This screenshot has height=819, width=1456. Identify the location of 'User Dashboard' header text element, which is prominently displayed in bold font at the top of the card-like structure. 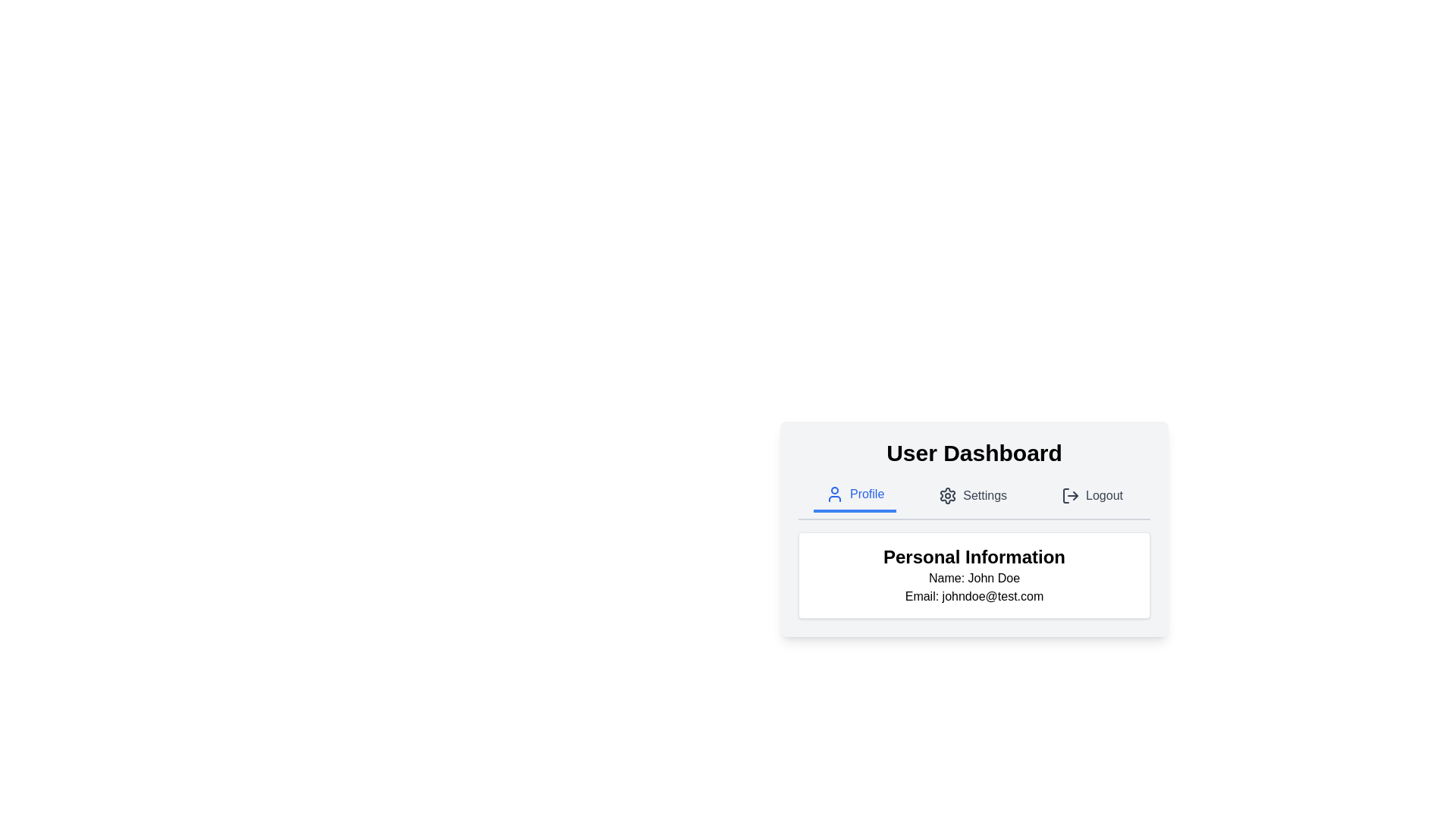
(974, 452).